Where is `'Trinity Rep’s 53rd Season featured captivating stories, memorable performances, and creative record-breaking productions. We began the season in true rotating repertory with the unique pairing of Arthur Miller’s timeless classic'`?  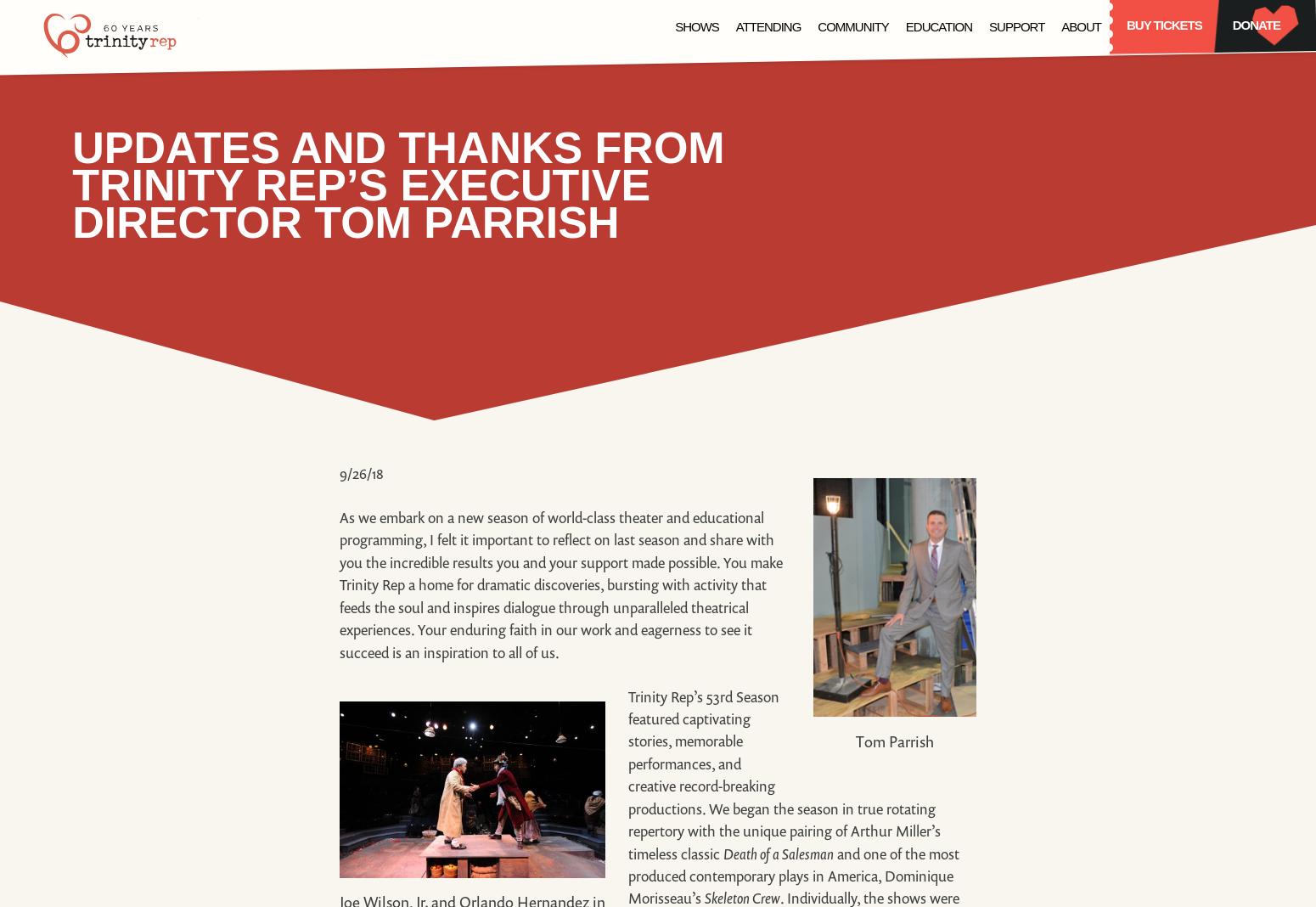 'Trinity Rep’s 53rd Season featured captivating stories, memorable performances, and creative record-breaking productions. We began the season in true rotating repertory with the unique pairing of Arthur Miller’s timeless classic' is located at coordinates (784, 773).